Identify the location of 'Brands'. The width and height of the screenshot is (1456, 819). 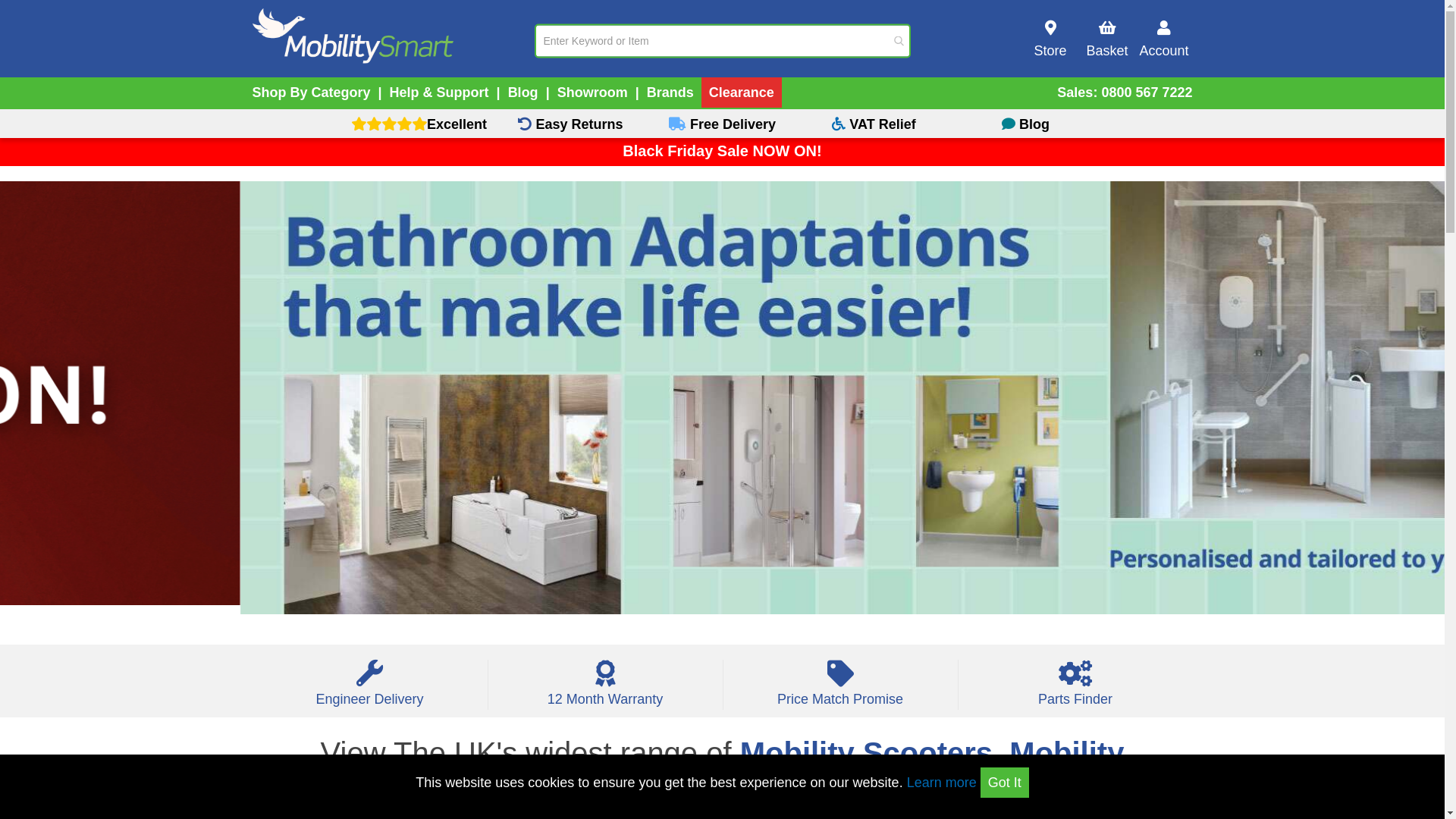
(669, 93).